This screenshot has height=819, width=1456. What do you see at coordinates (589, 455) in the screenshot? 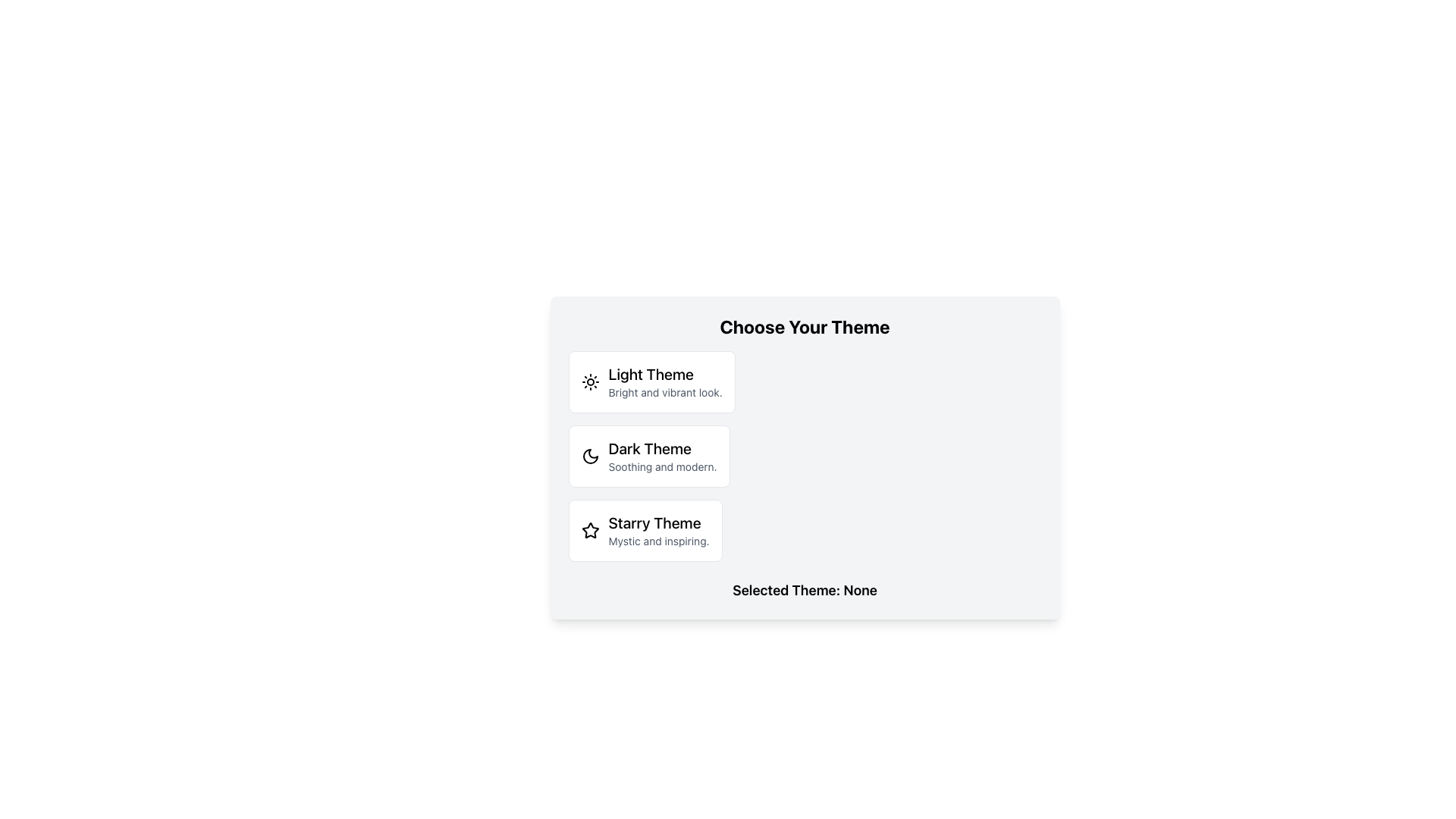
I see `the crescent moon icon representing the 'Dark Theme' option in the 'Choose Your Theme' card interface` at bounding box center [589, 455].